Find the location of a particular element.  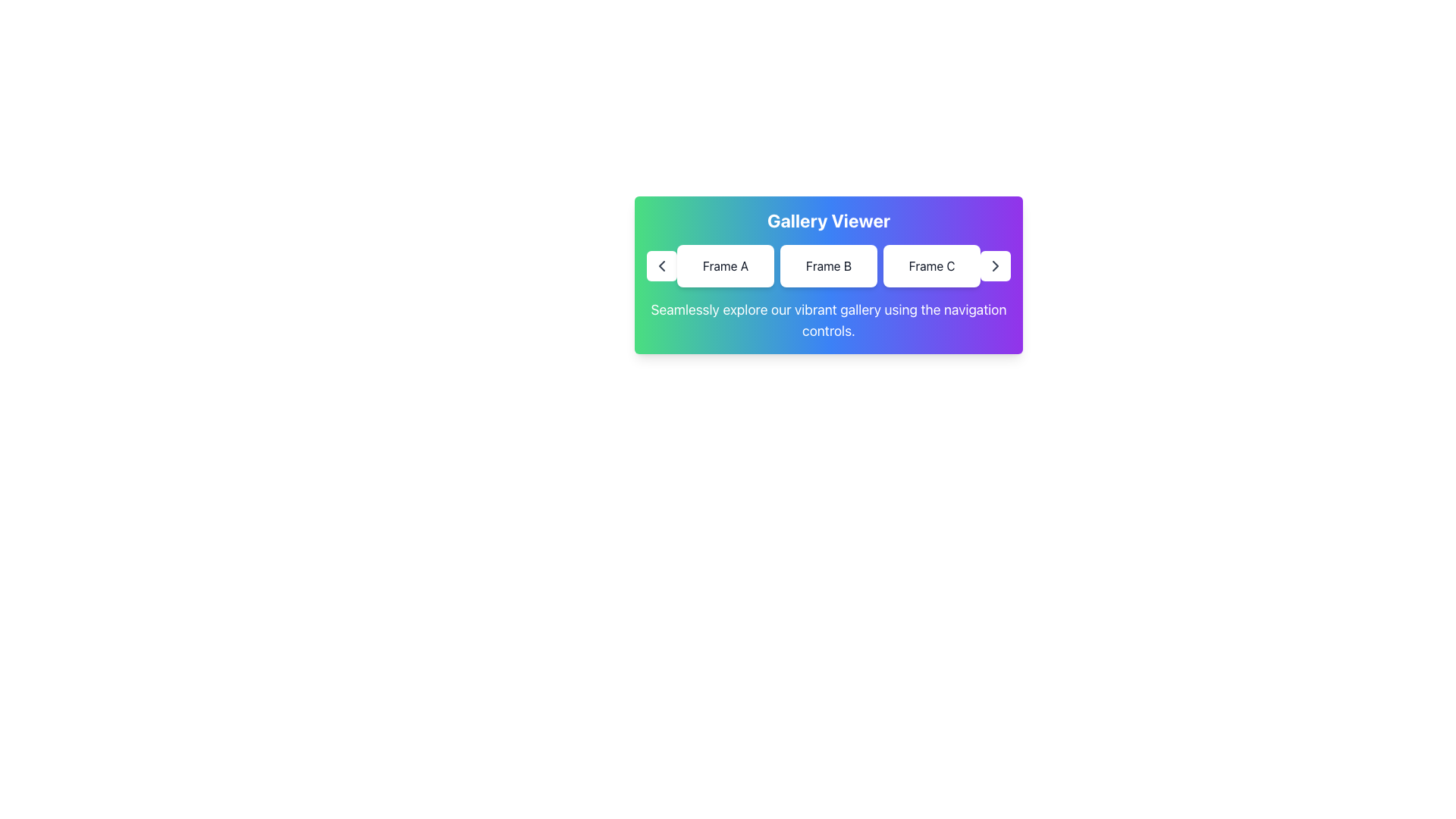

the navigation button with a white circular background and a dark rightward arrow icon is located at coordinates (996, 265).